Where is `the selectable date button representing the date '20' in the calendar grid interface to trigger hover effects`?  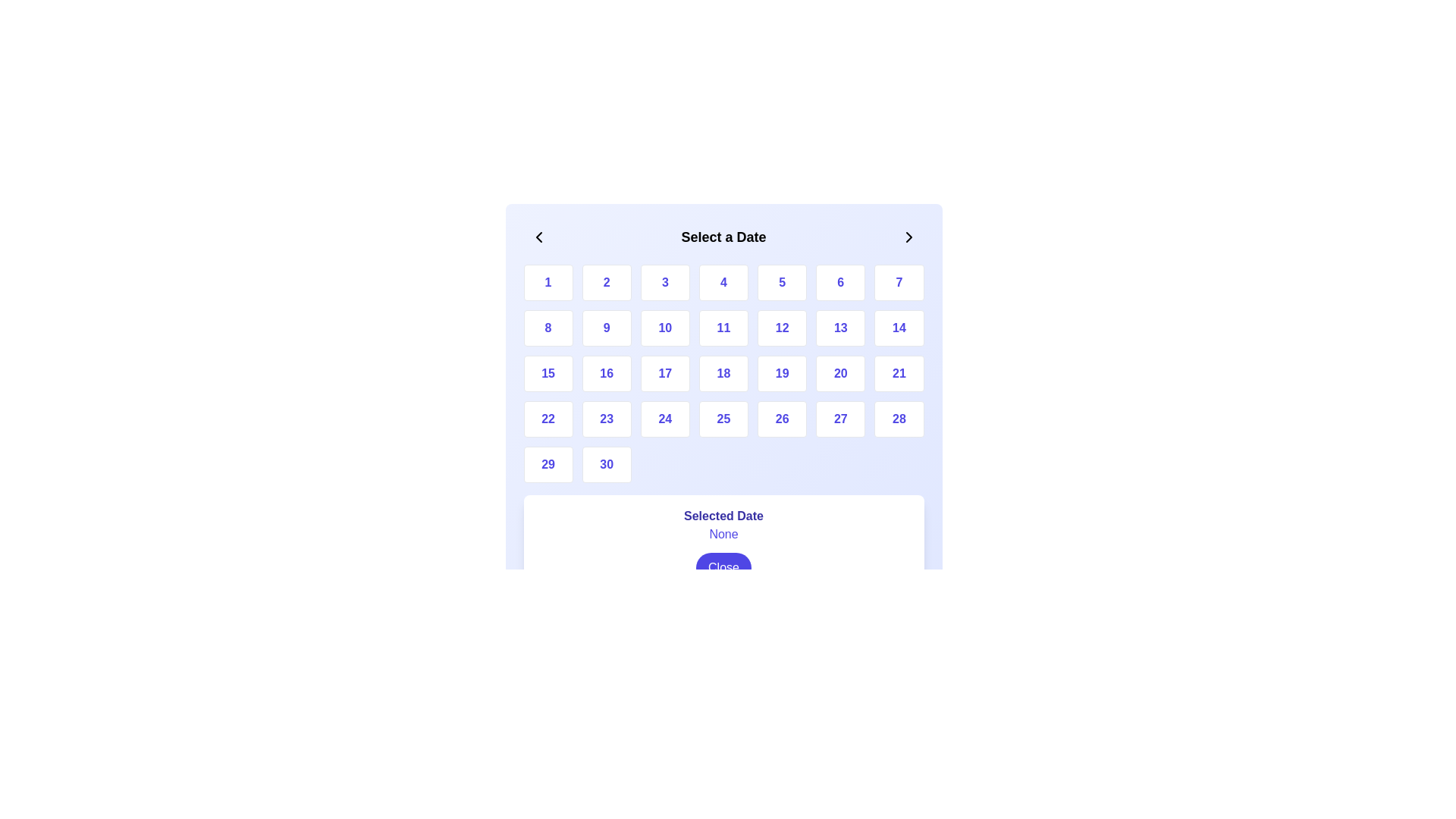
the selectable date button representing the date '20' in the calendar grid interface to trigger hover effects is located at coordinates (839, 374).